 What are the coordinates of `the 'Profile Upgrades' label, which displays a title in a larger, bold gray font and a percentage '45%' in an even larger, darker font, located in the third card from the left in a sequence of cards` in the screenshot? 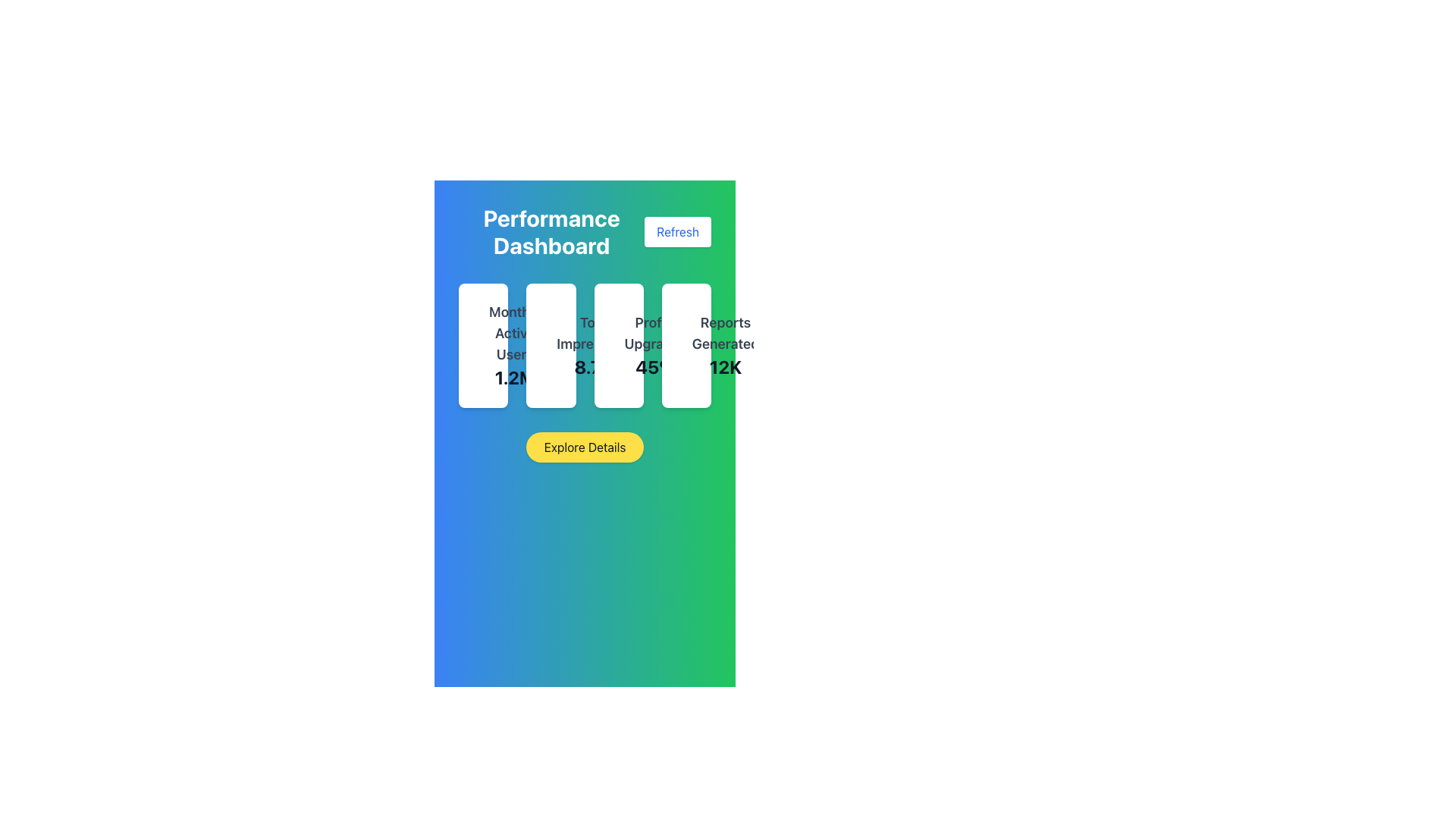 It's located at (655, 345).